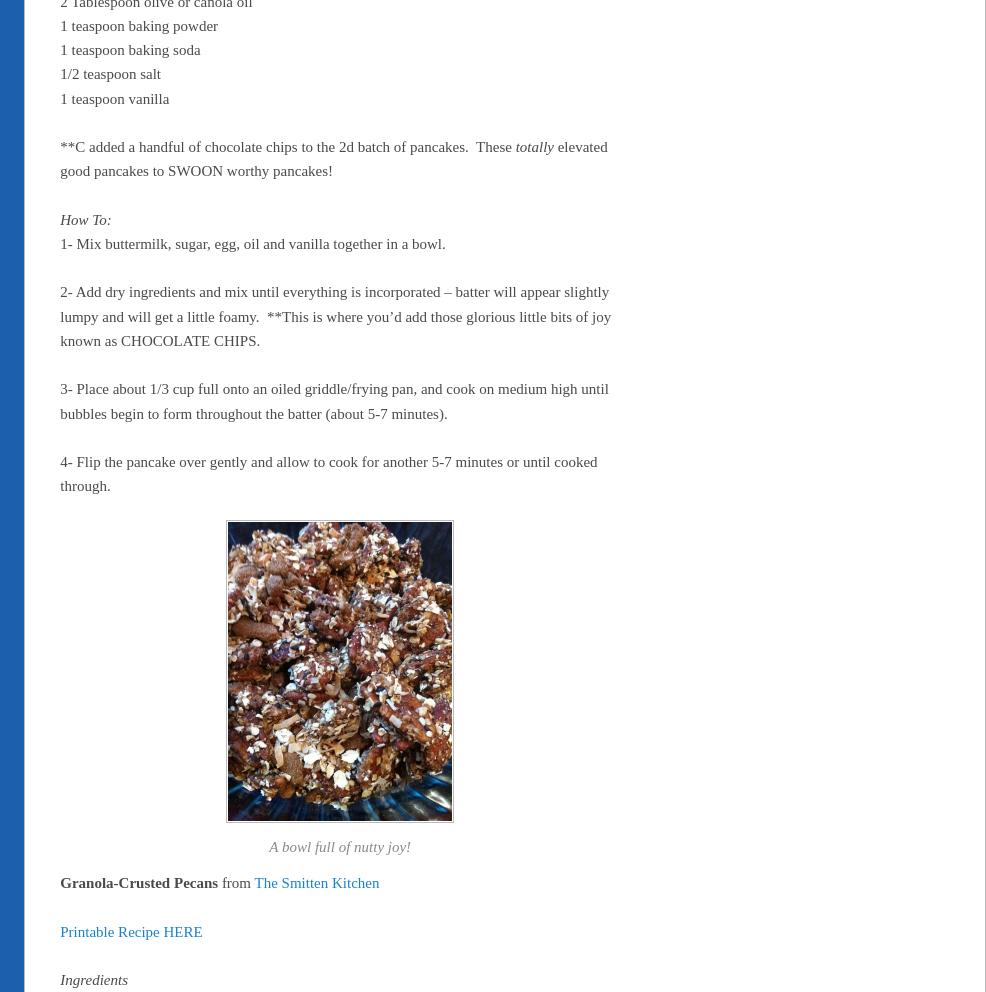 The image size is (986, 992). Describe the element at coordinates (59, 929) in the screenshot. I see `'Printable Recipe HERE'` at that location.